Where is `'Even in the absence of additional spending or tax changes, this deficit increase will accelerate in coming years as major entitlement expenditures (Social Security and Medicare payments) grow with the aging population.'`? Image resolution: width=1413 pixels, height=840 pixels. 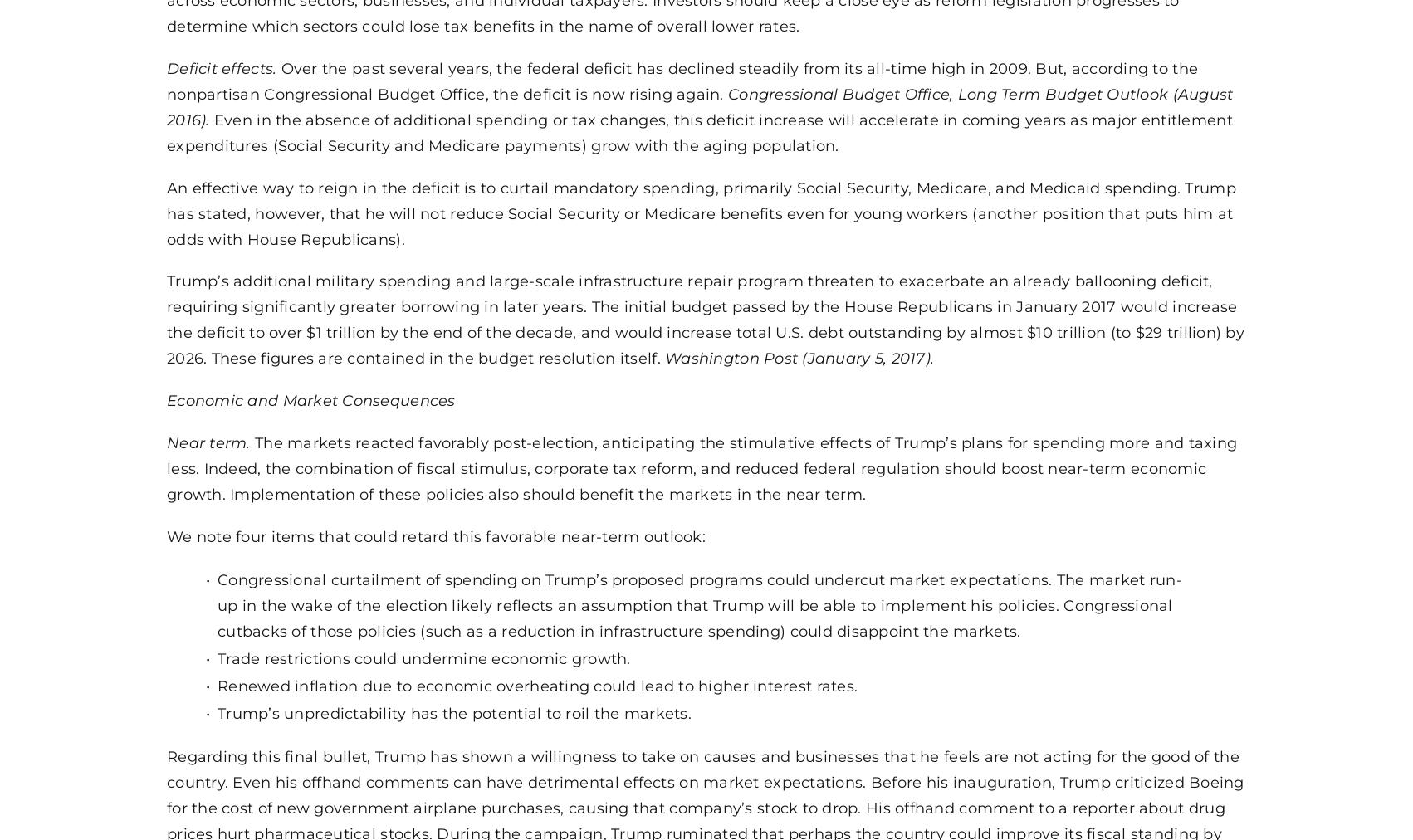
'Even in the absence of additional spending or tax changes, this deficit increase will accelerate in coming years as major entitlement expenditures (Social Security and Medicare payments) grow with the aging population.' is located at coordinates (698, 131).